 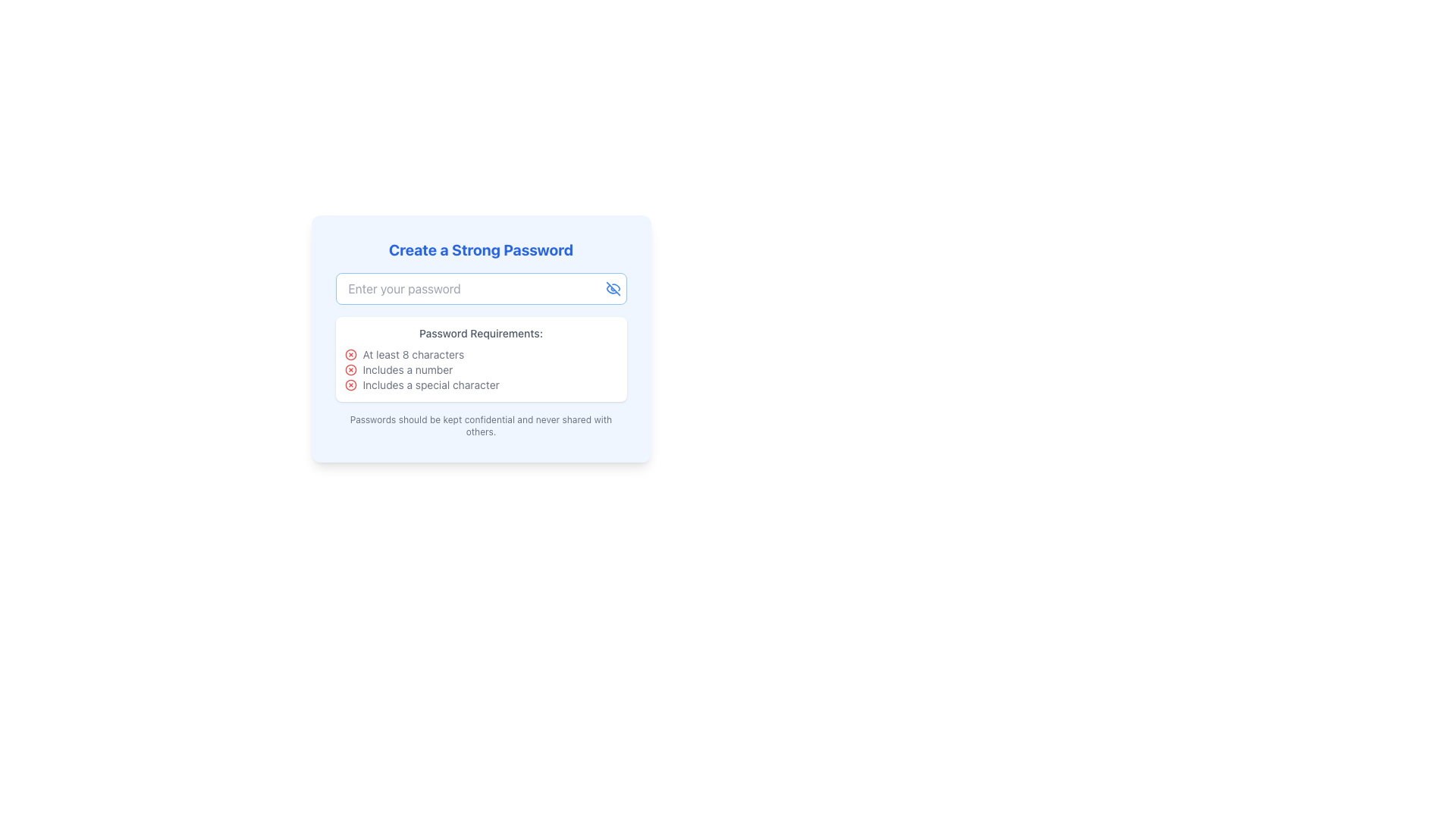 What do you see at coordinates (613, 289) in the screenshot?
I see `the visibility toggle icon, which is an eye icon with a line through it` at bounding box center [613, 289].